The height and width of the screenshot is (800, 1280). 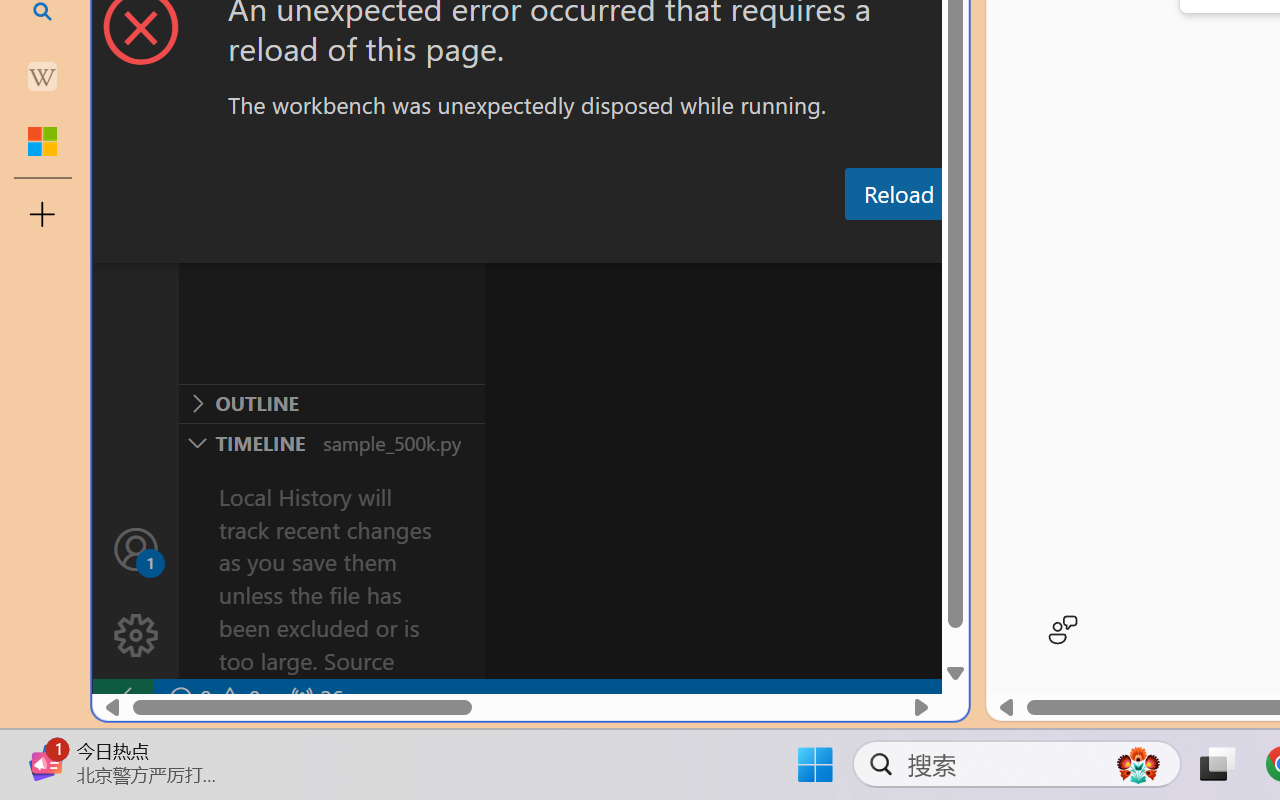 I want to click on 'remote', so click(x=121, y=698).